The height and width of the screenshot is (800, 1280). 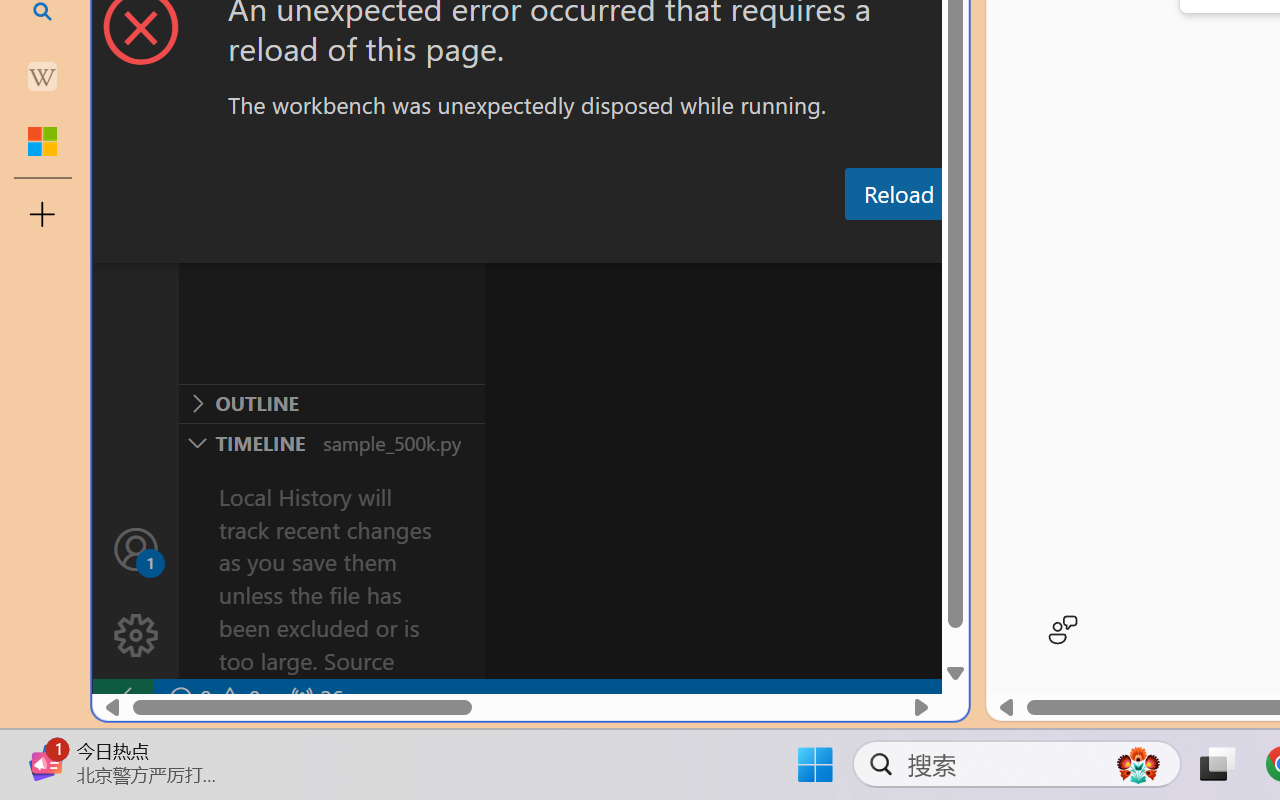 I want to click on 'remote', so click(x=121, y=698).